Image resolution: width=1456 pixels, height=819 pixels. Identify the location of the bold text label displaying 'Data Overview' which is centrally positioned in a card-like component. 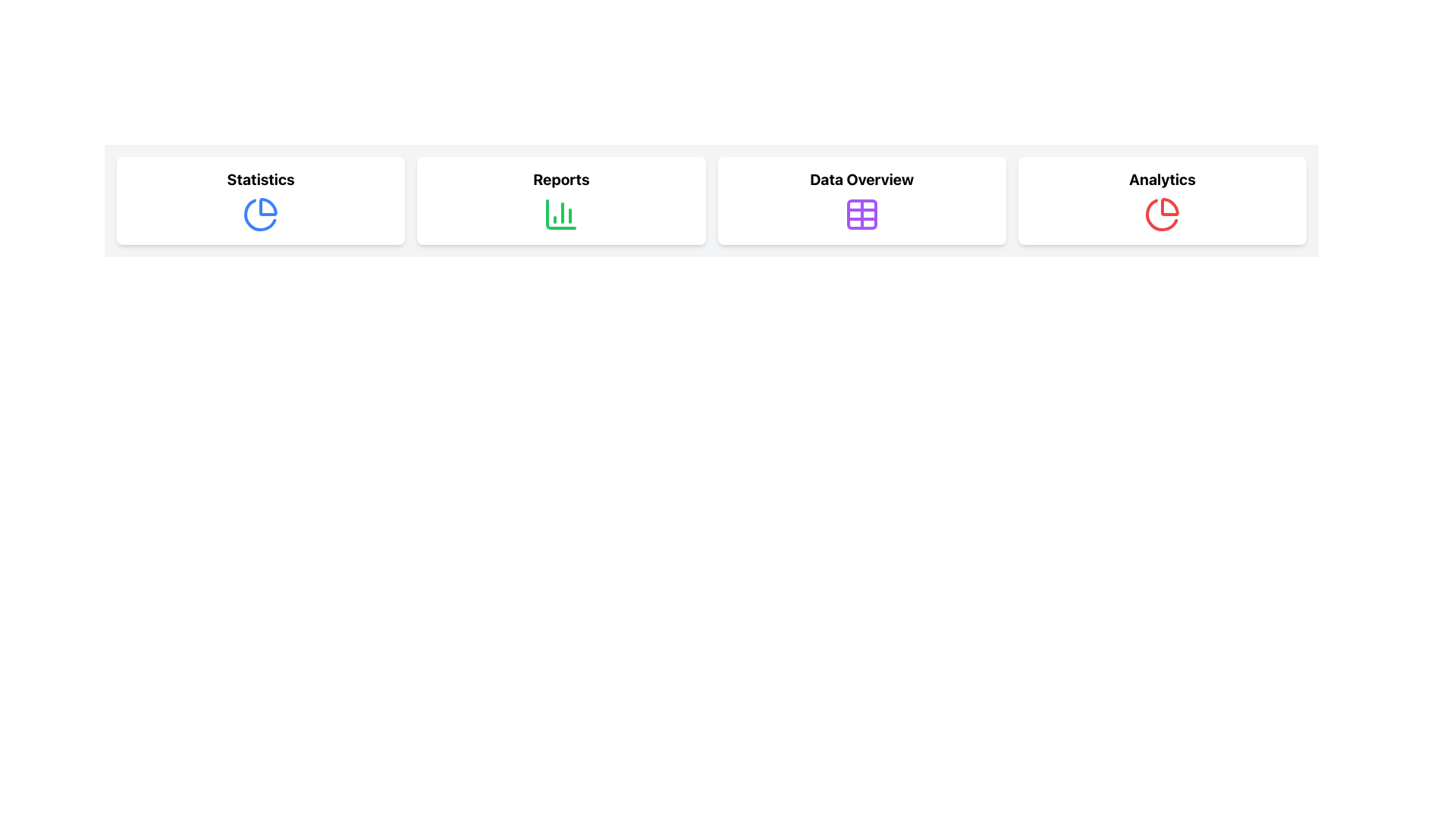
(861, 178).